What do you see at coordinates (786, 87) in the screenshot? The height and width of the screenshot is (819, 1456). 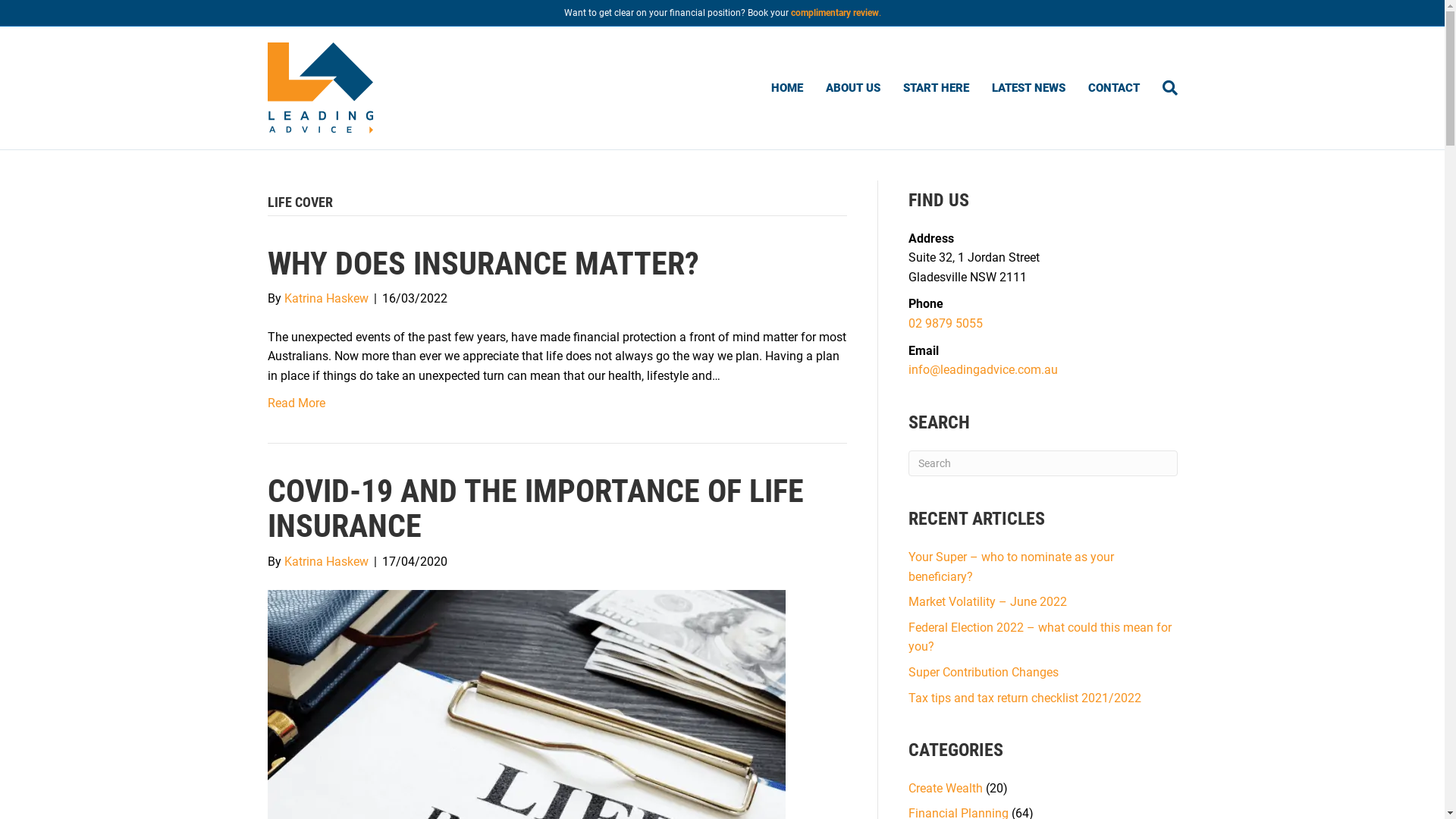 I see `'HOME'` at bounding box center [786, 87].